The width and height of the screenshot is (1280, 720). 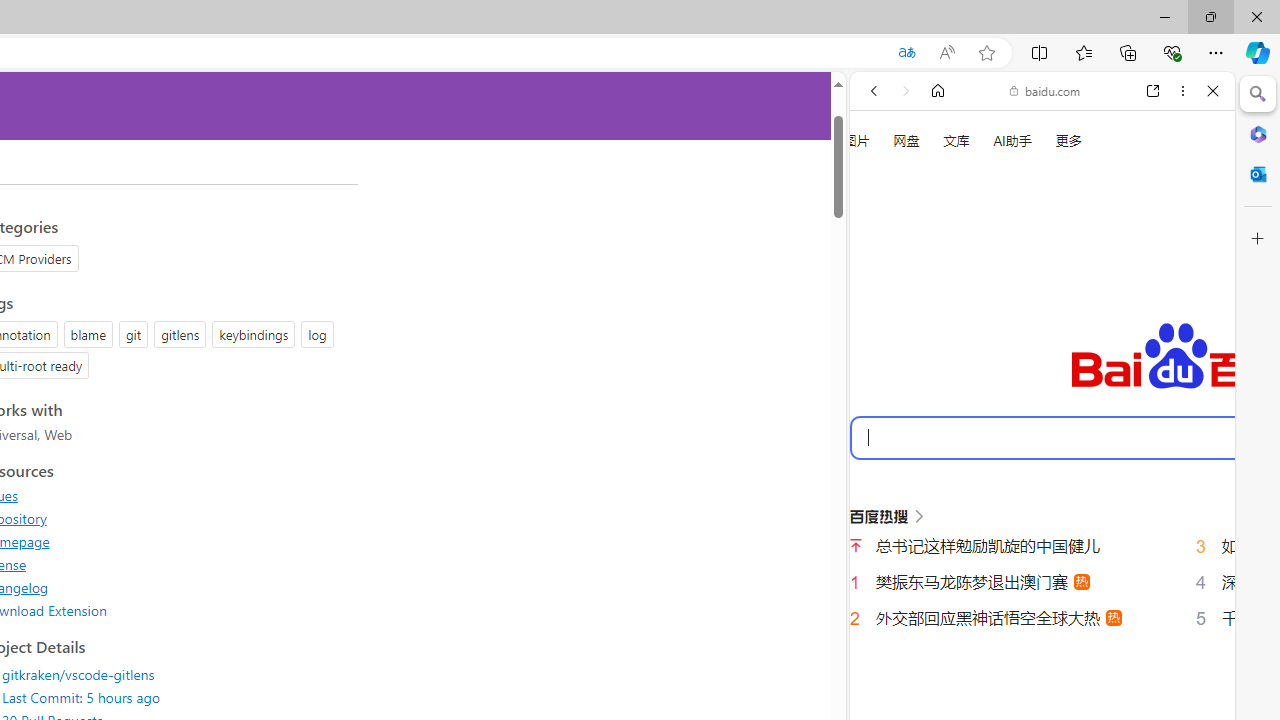 I want to click on 'Search Filter, Search Tools', so click(x=1092, y=338).